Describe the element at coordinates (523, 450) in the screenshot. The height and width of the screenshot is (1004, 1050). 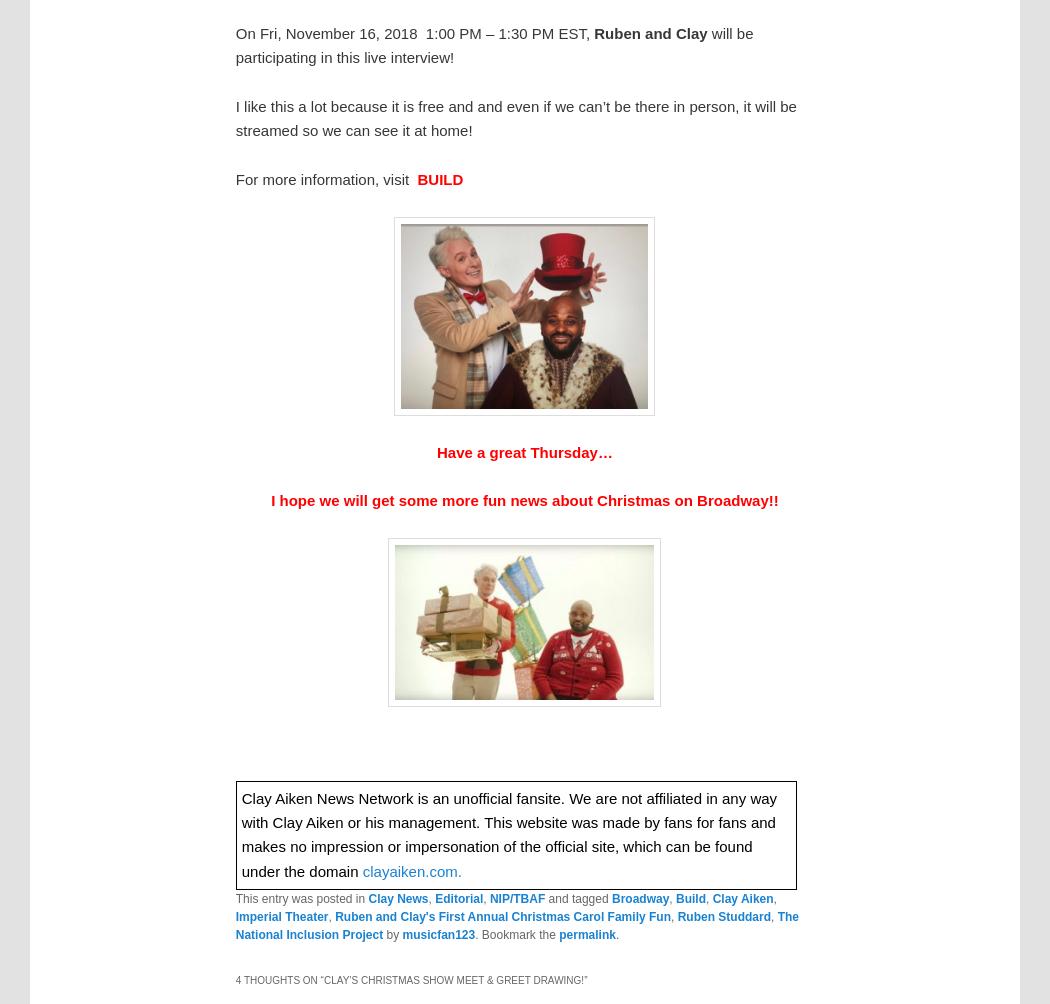
I see `'Have a great Thursday…'` at that location.